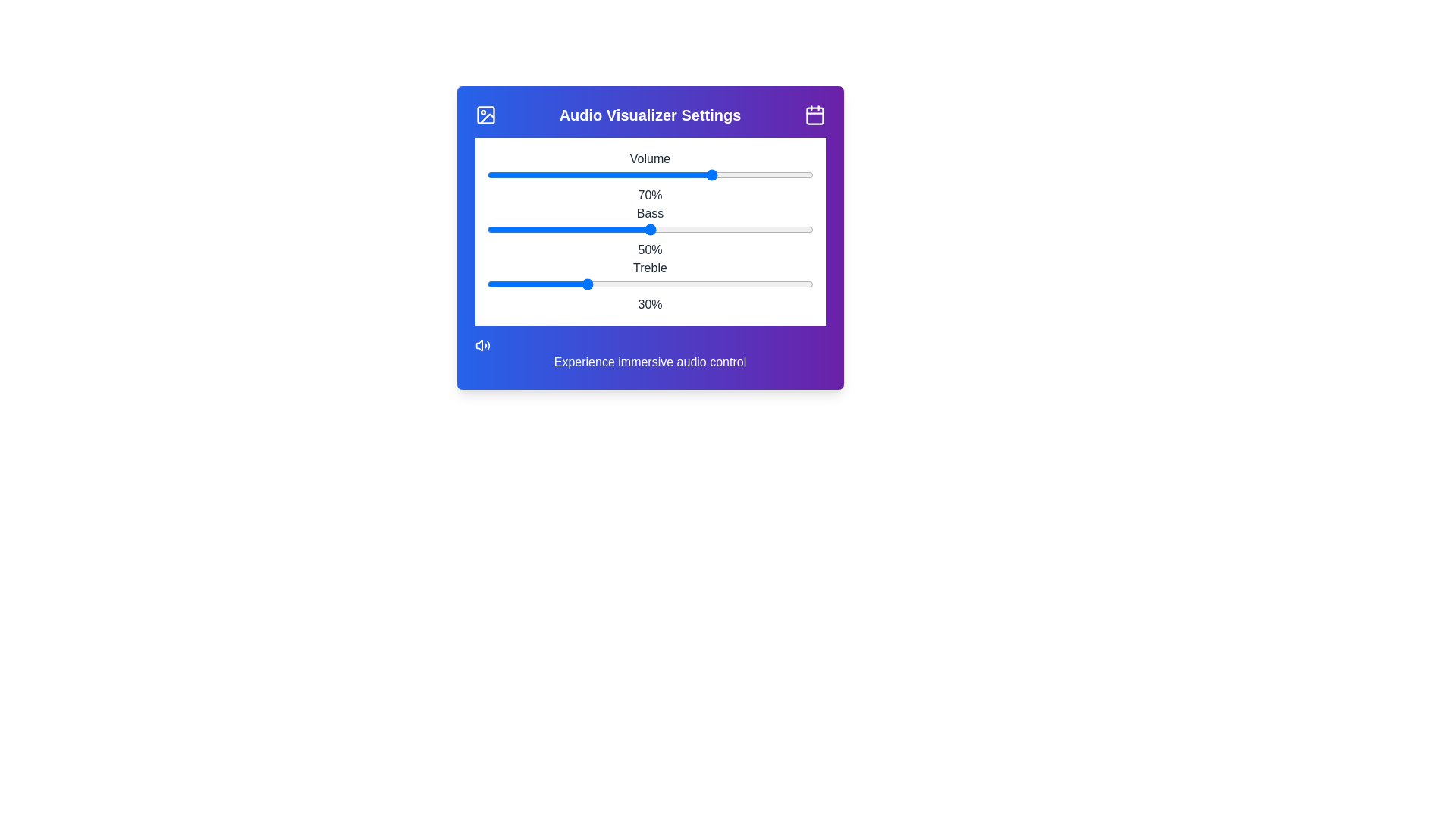  What do you see at coordinates (604, 230) in the screenshot?
I see `the bass slider to set the bass level to 36%` at bounding box center [604, 230].